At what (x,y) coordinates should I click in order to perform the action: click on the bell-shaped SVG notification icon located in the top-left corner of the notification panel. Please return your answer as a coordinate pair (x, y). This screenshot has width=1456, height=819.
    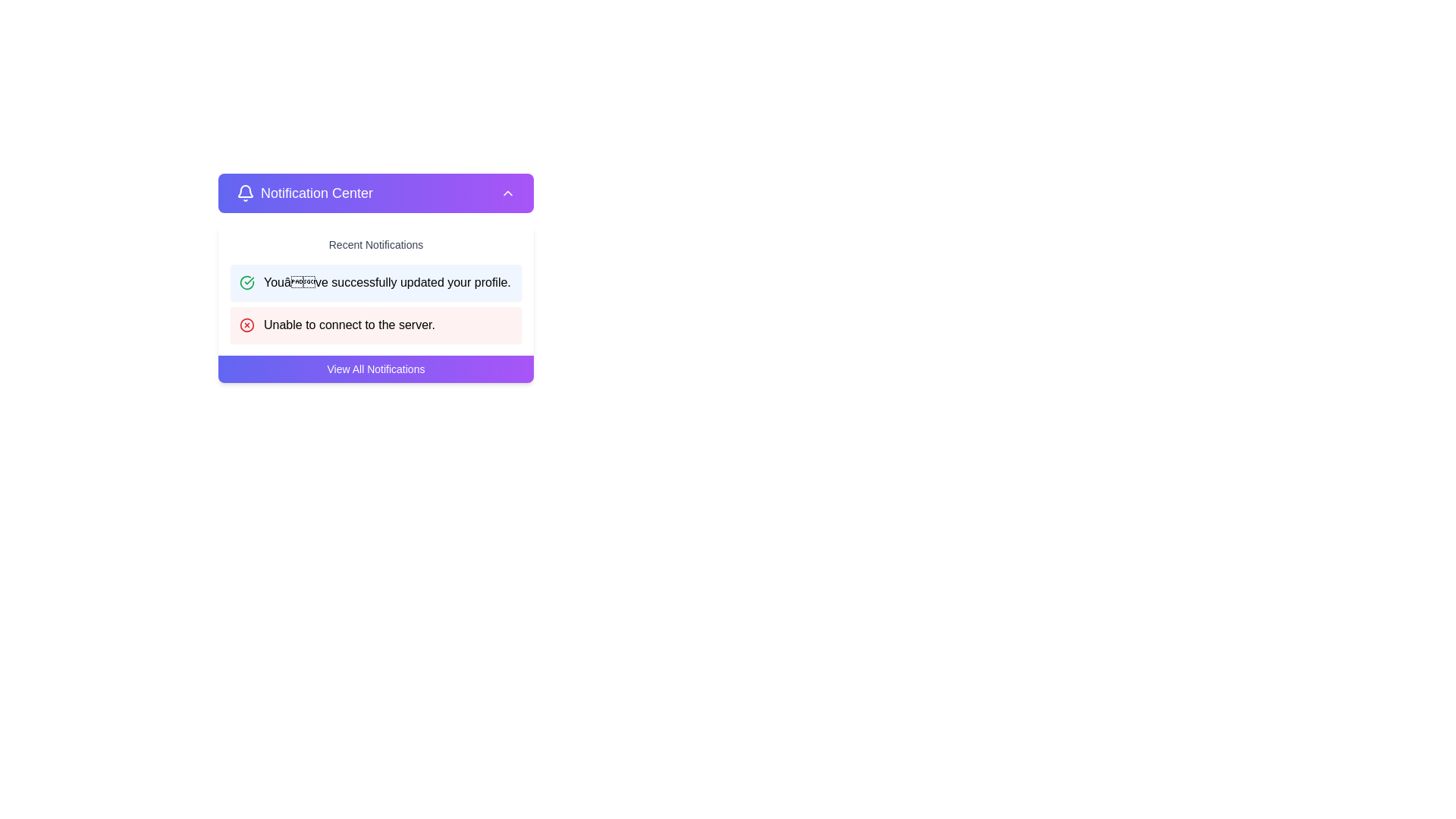
    Looking at the image, I should click on (246, 190).